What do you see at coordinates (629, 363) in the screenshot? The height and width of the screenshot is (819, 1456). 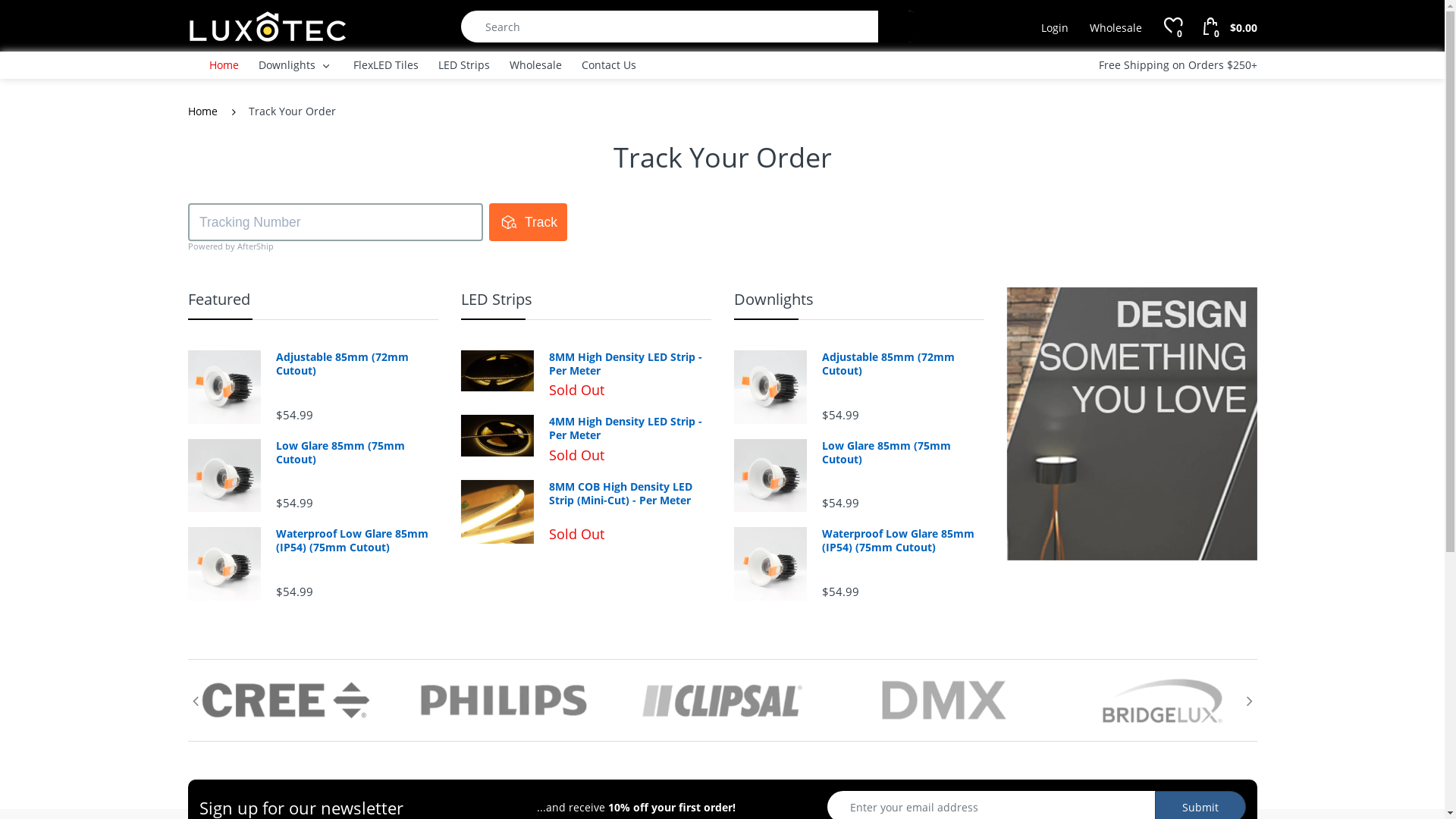 I see `'8MM High Density LED Strip - Per Meter'` at bounding box center [629, 363].